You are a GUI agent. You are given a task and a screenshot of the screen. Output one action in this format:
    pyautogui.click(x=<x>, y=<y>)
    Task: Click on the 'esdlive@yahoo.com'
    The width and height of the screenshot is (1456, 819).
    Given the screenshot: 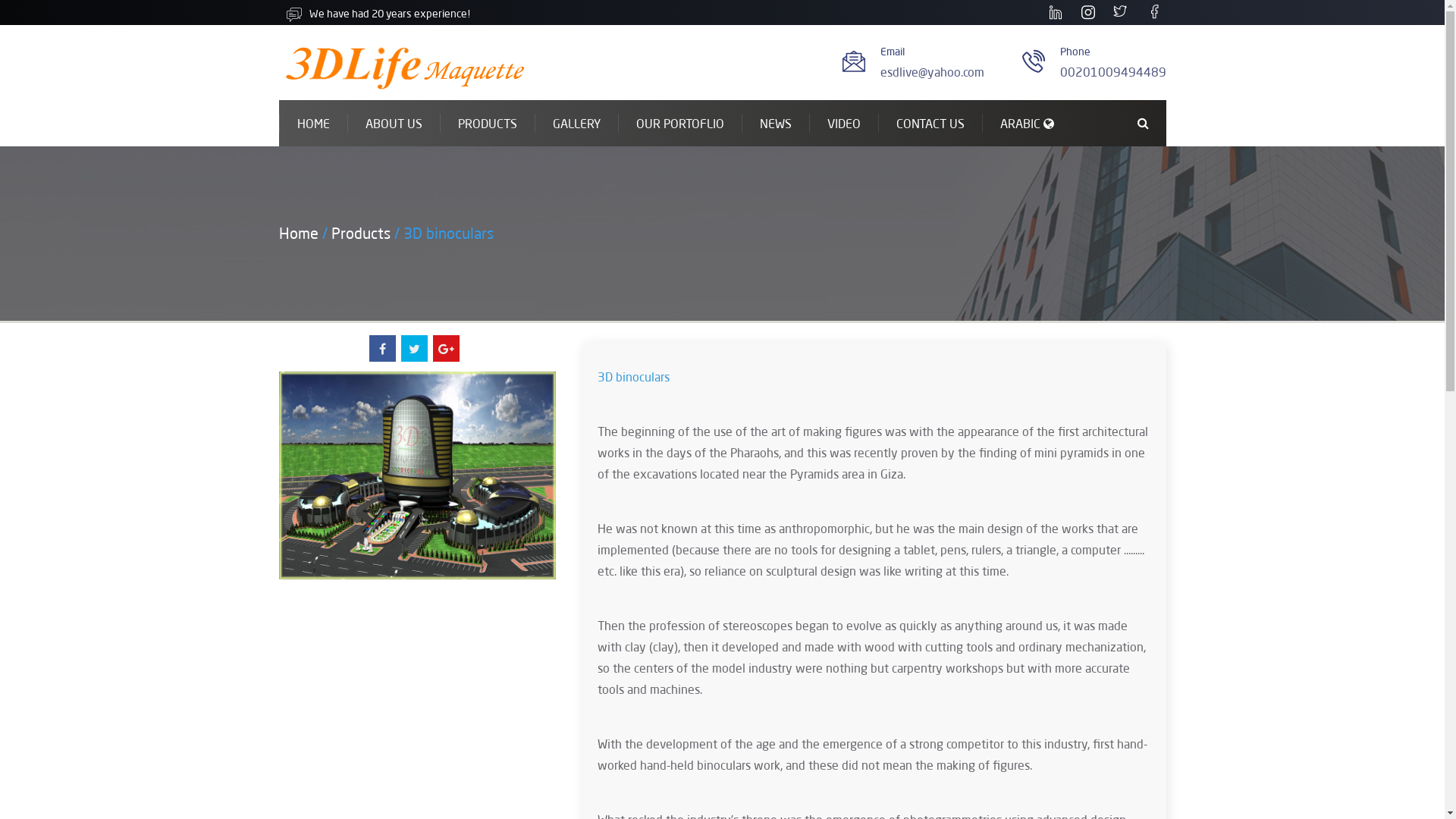 What is the action you would take?
    pyautogui.click(x=880, y=71)
    